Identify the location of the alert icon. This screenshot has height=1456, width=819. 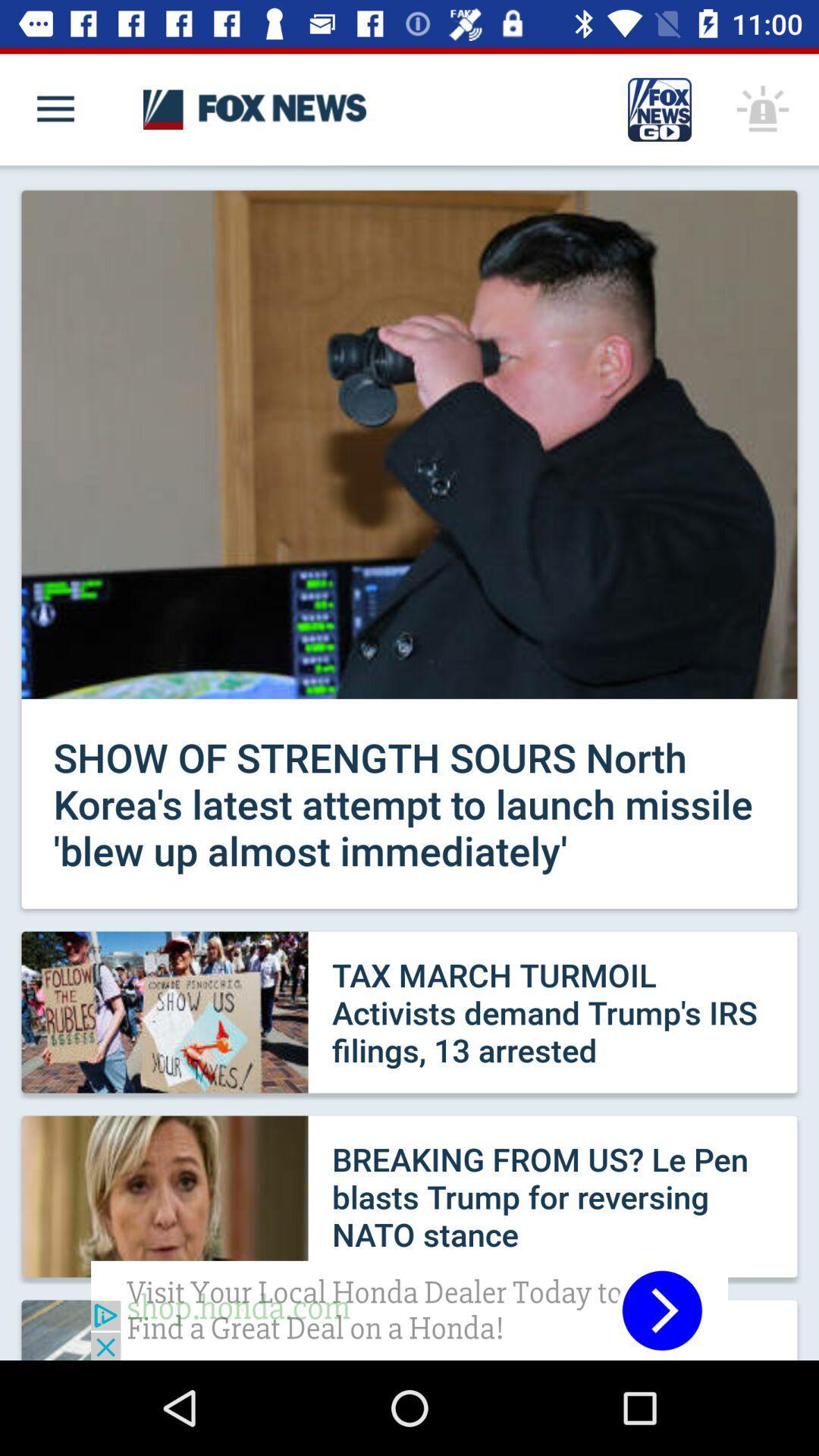
(763, 108).